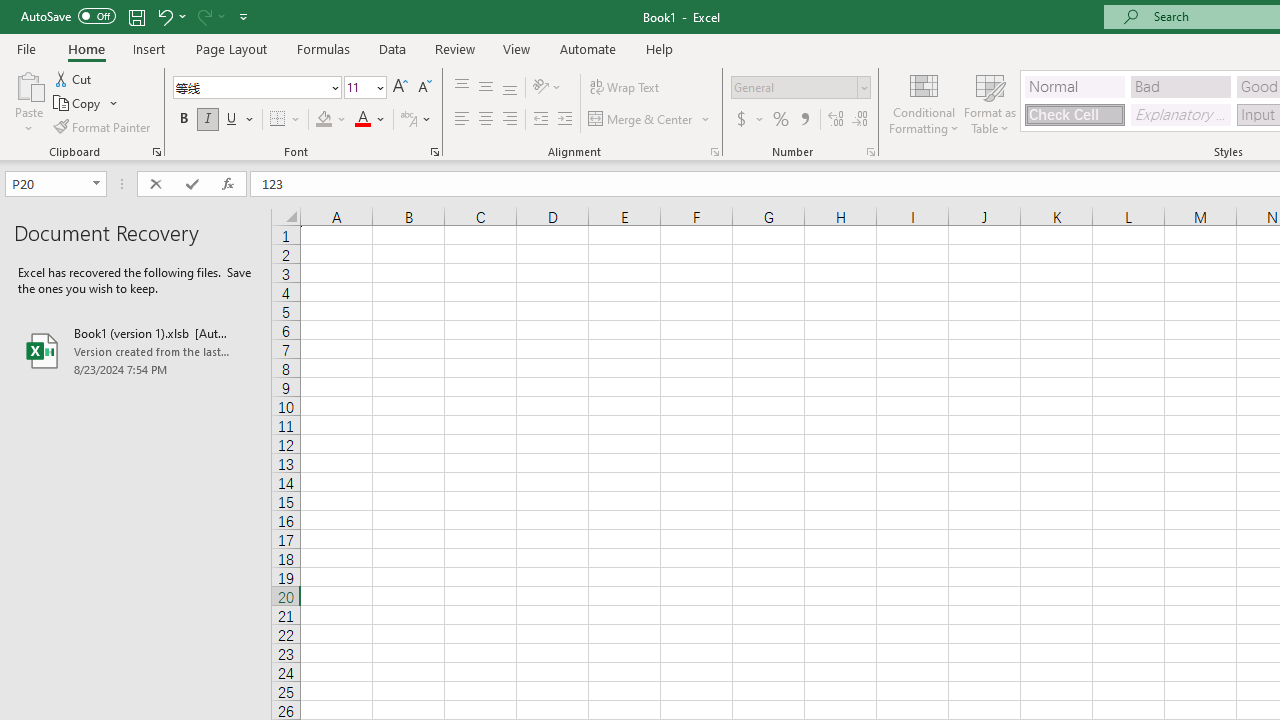  What do you see at coordinates (871, 150) in the screenshot?
I see `'Format Cell Number'` at bounding box center [871, 150].